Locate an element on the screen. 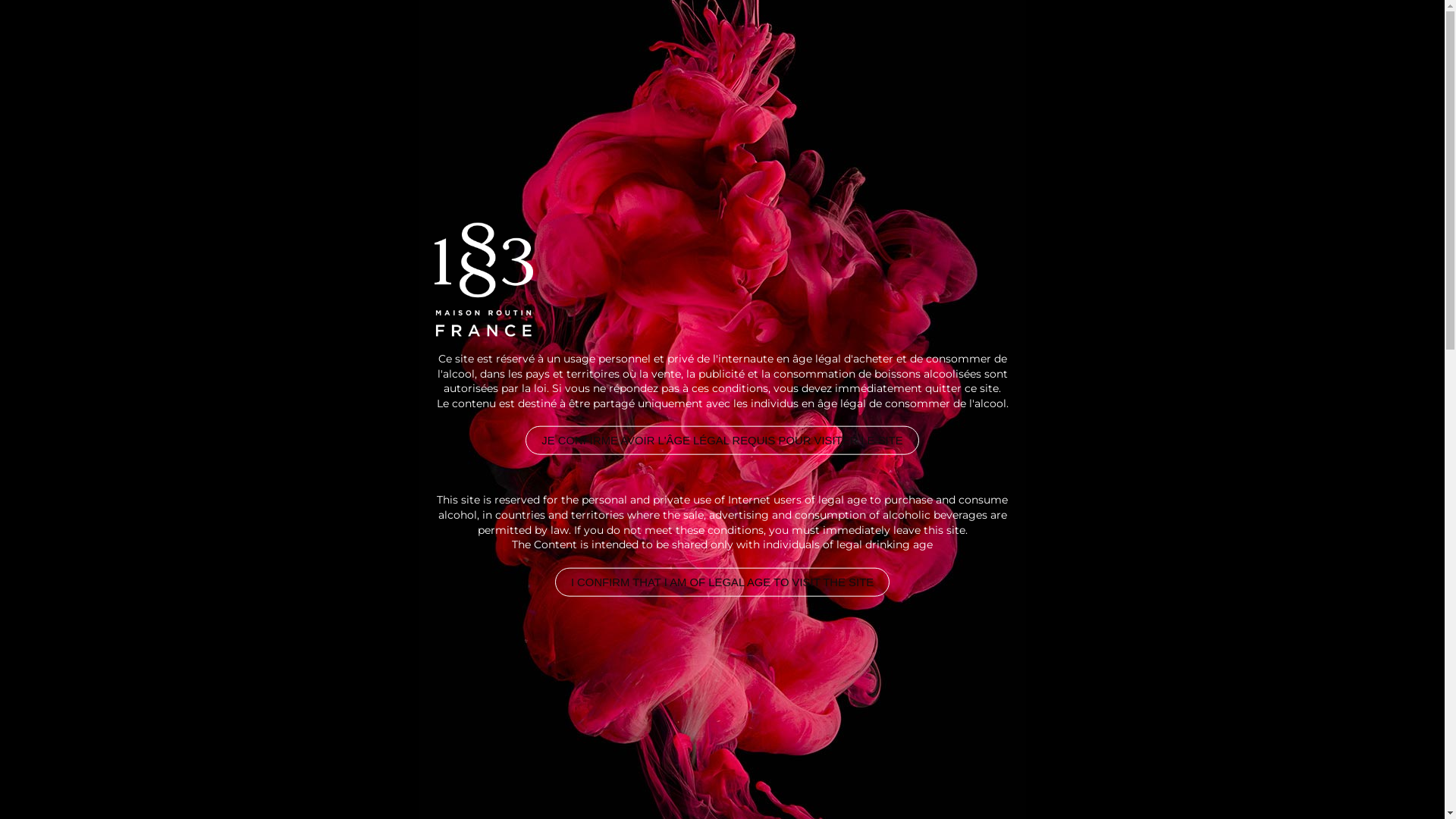 This screenshot has width=1456, height=819. 'EN' is located at coordinates (1251, 61).